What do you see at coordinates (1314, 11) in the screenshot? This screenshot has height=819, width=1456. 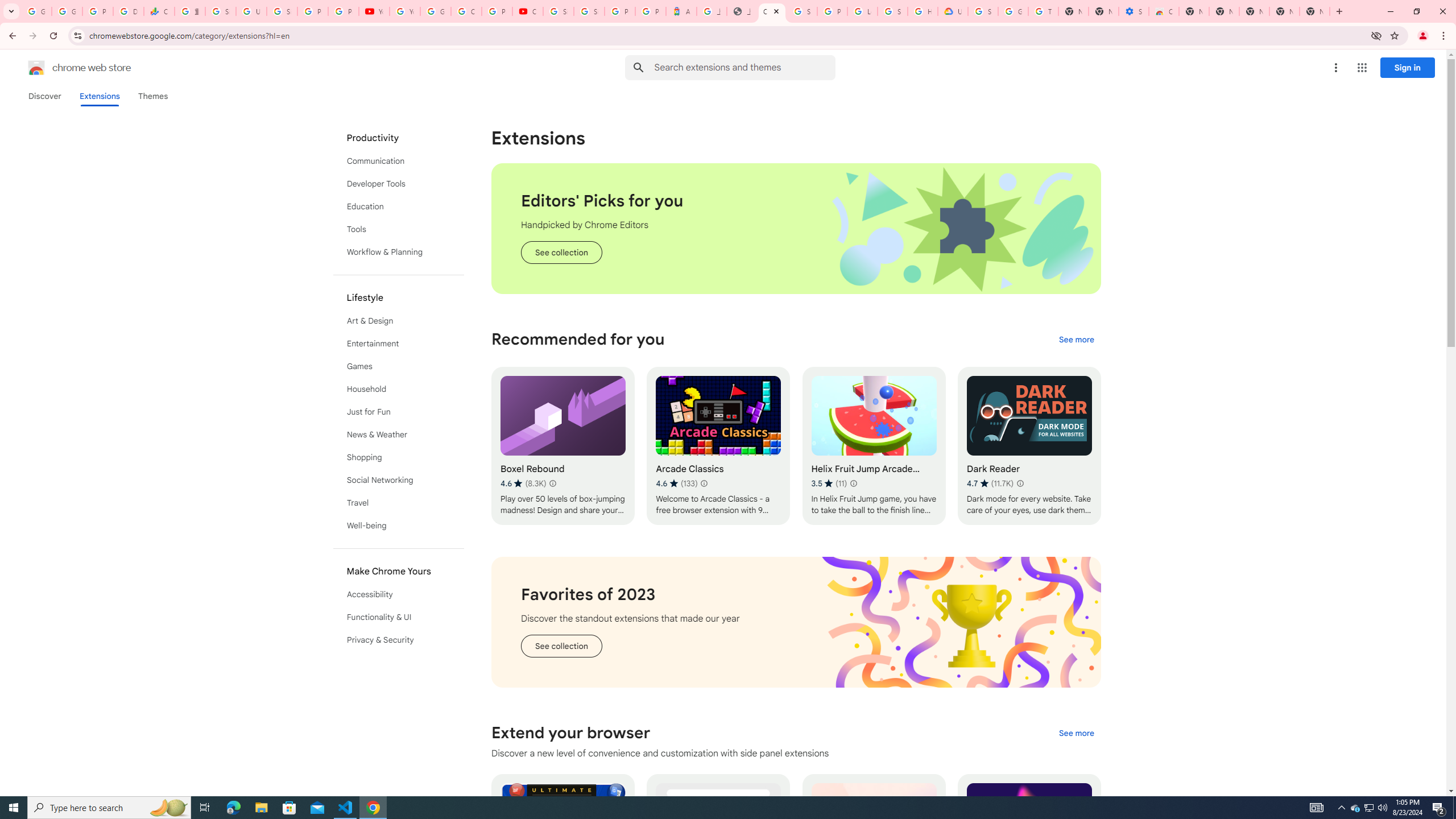 I see `'New Tab'` at bounding box center [1314, 11].